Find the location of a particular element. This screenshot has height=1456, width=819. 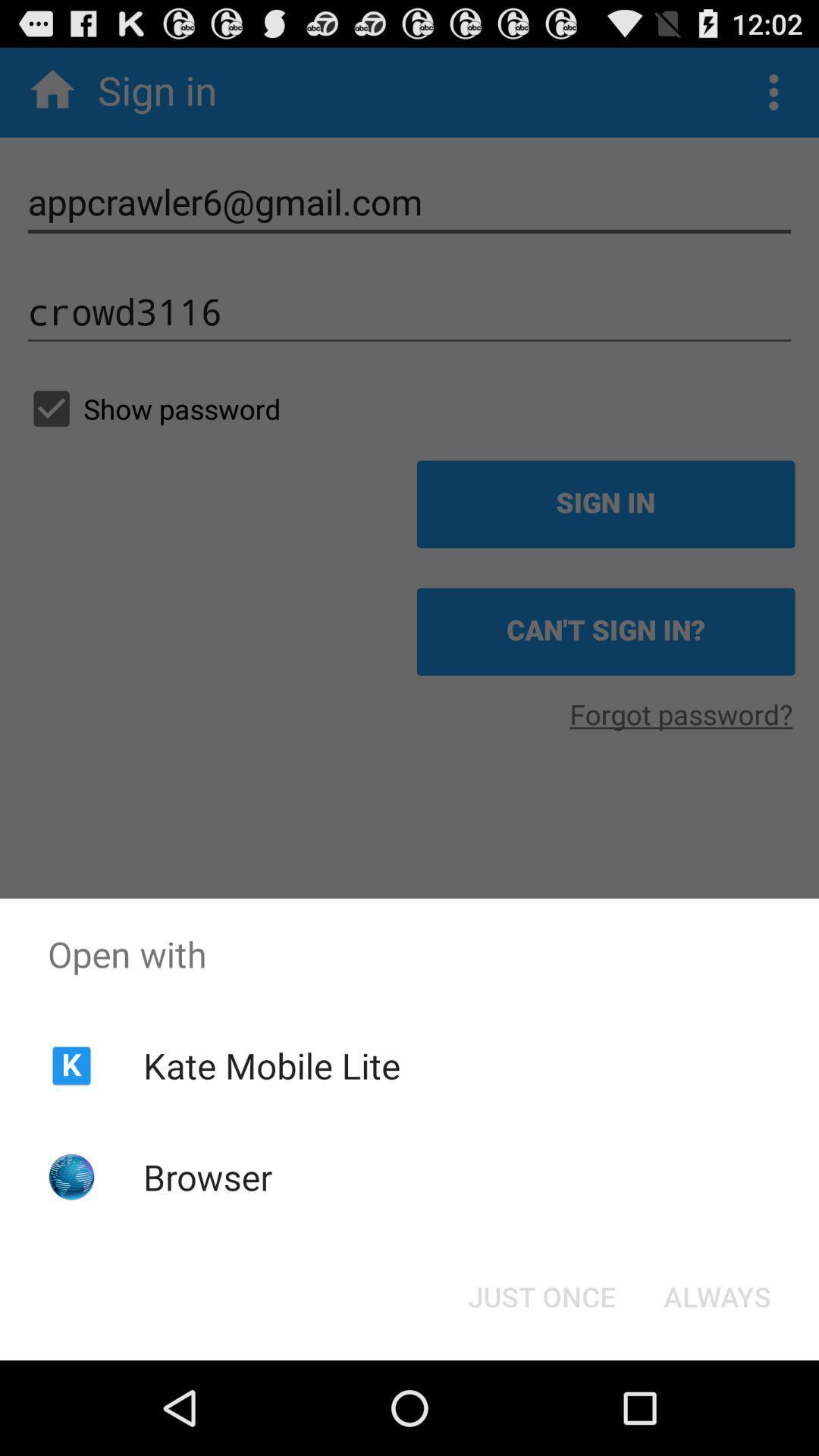

app below open with item is located at coordinates (271, 1065).